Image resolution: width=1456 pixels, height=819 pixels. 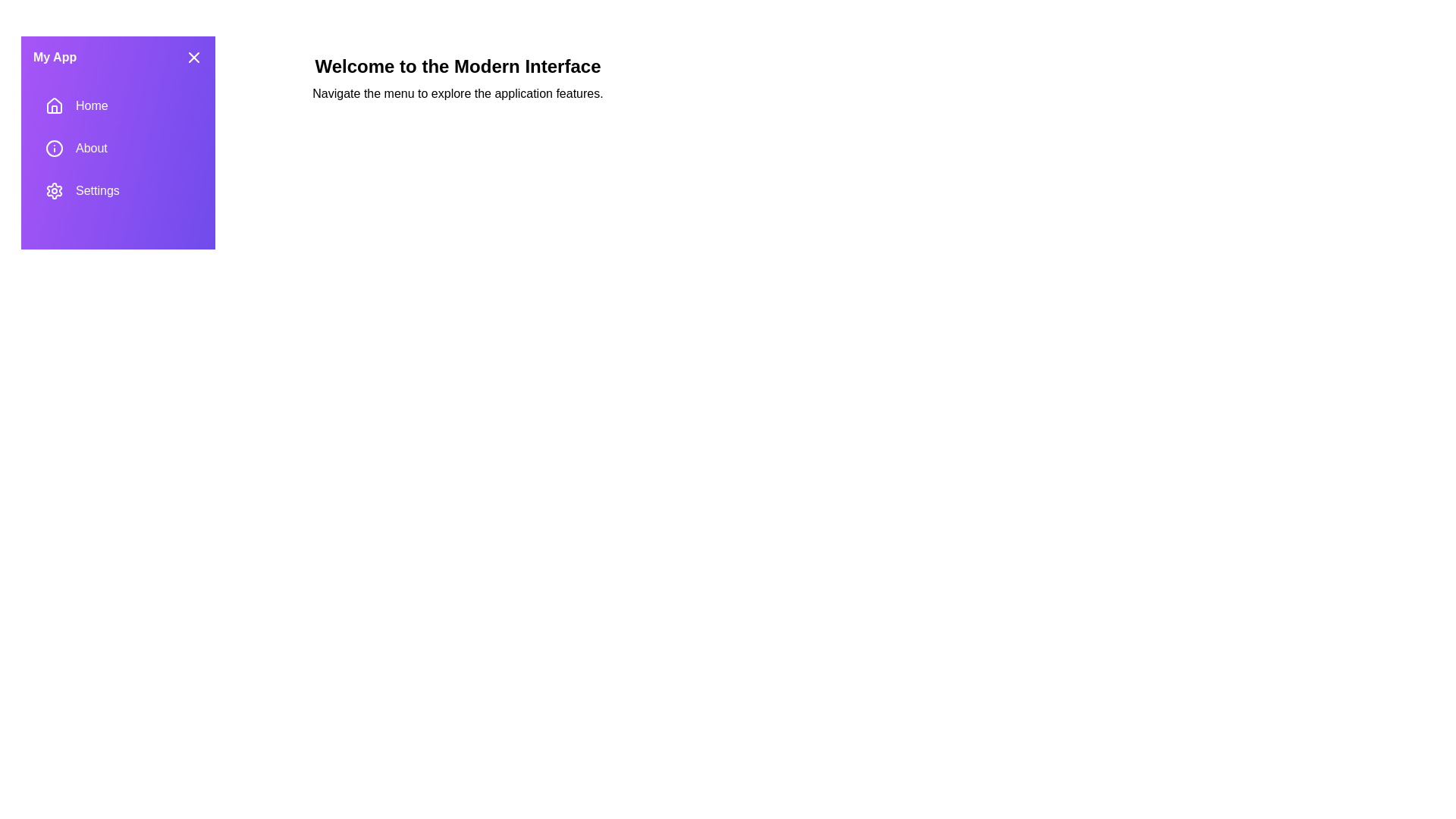 I want to click on toggle button to toggle the drawer's visibility, so click(x=193, y=57).